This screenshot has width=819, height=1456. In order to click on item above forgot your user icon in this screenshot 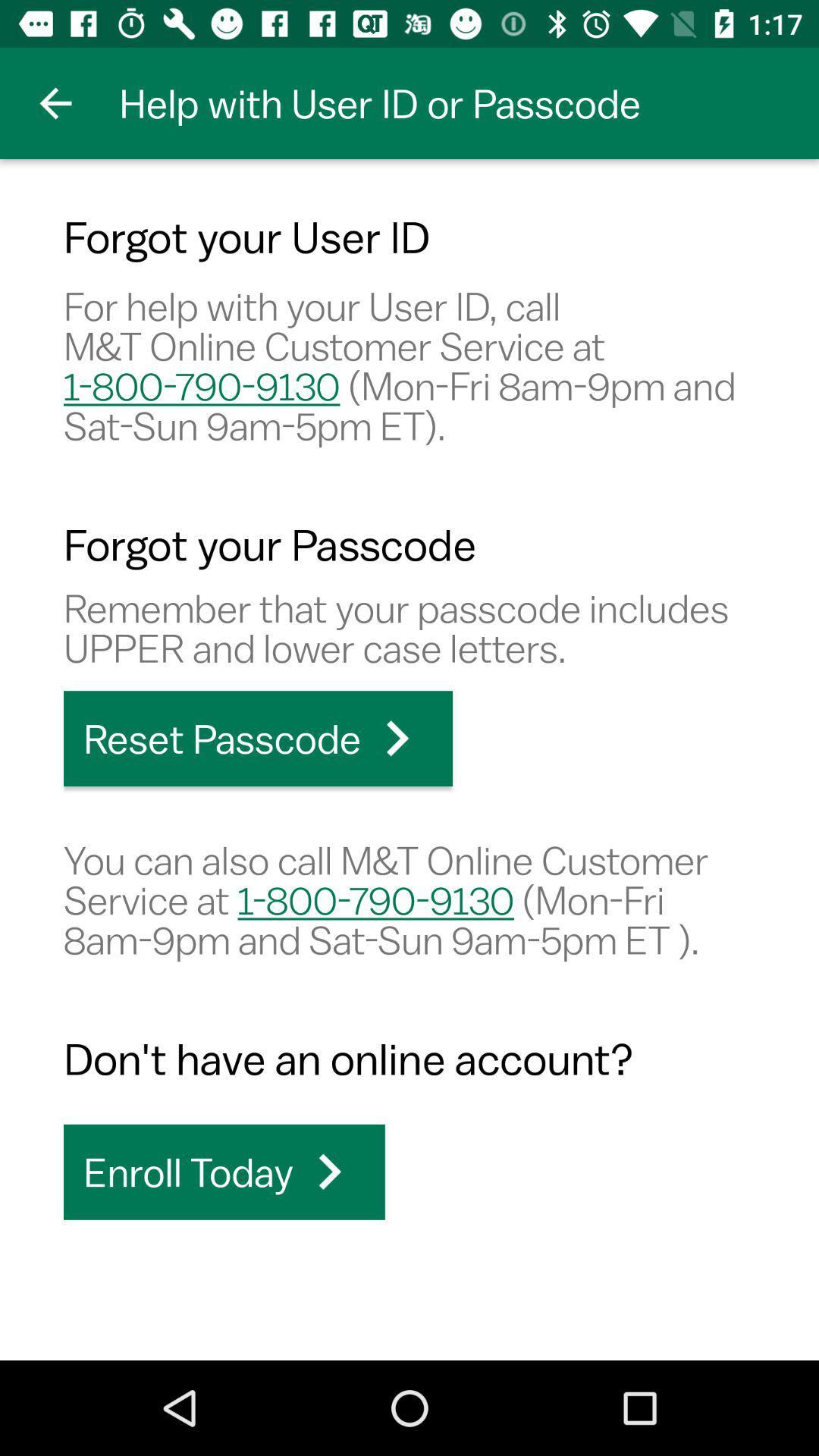, I will do `click(55, 102)`.